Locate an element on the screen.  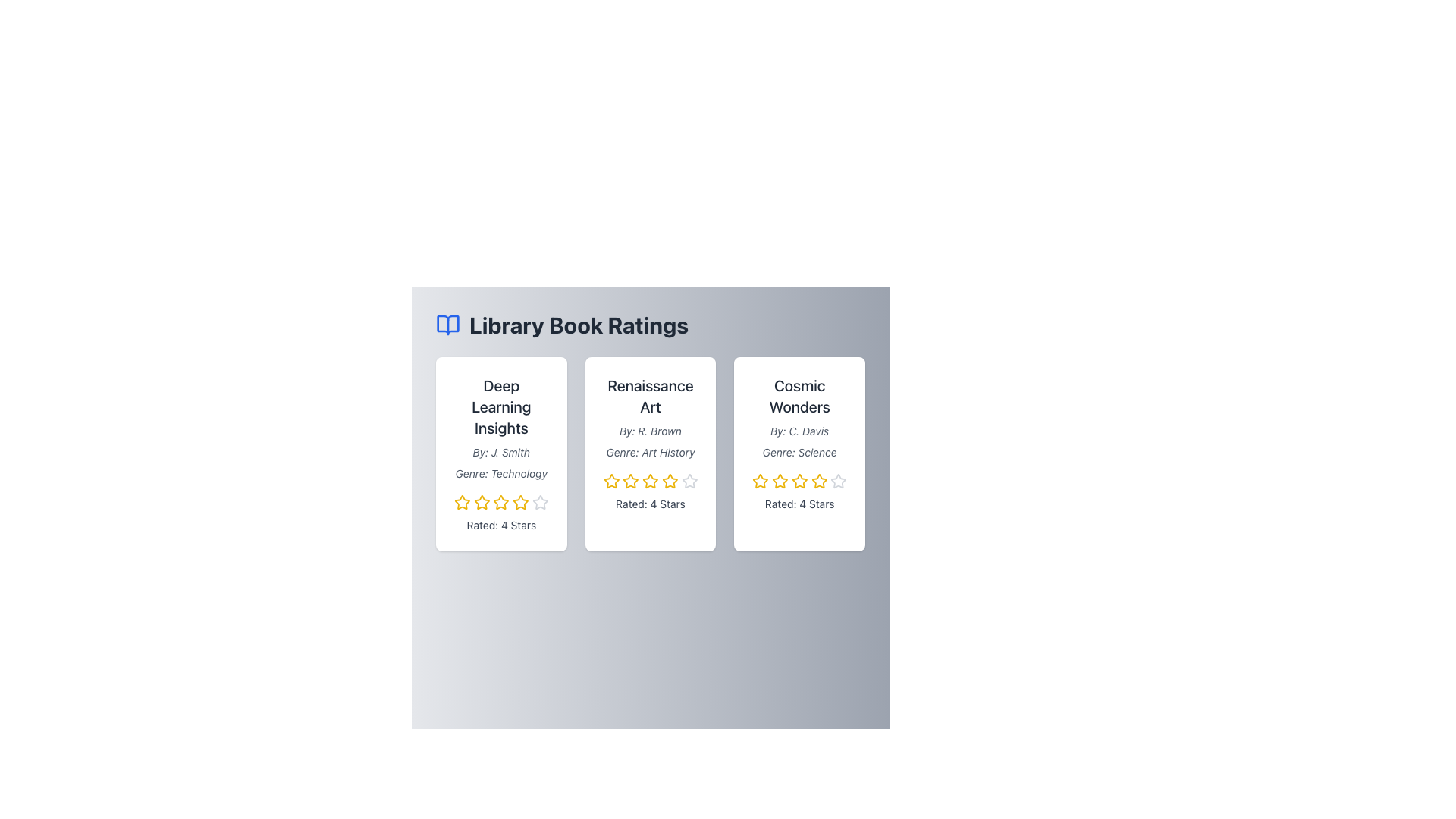
the third star-shaped icon in golden yellow color with a white center, which is part of a rating system below the text 'Rated: 4 Stars' in the 'Cosmic Wonders' card is located at coordinates (818, 481).